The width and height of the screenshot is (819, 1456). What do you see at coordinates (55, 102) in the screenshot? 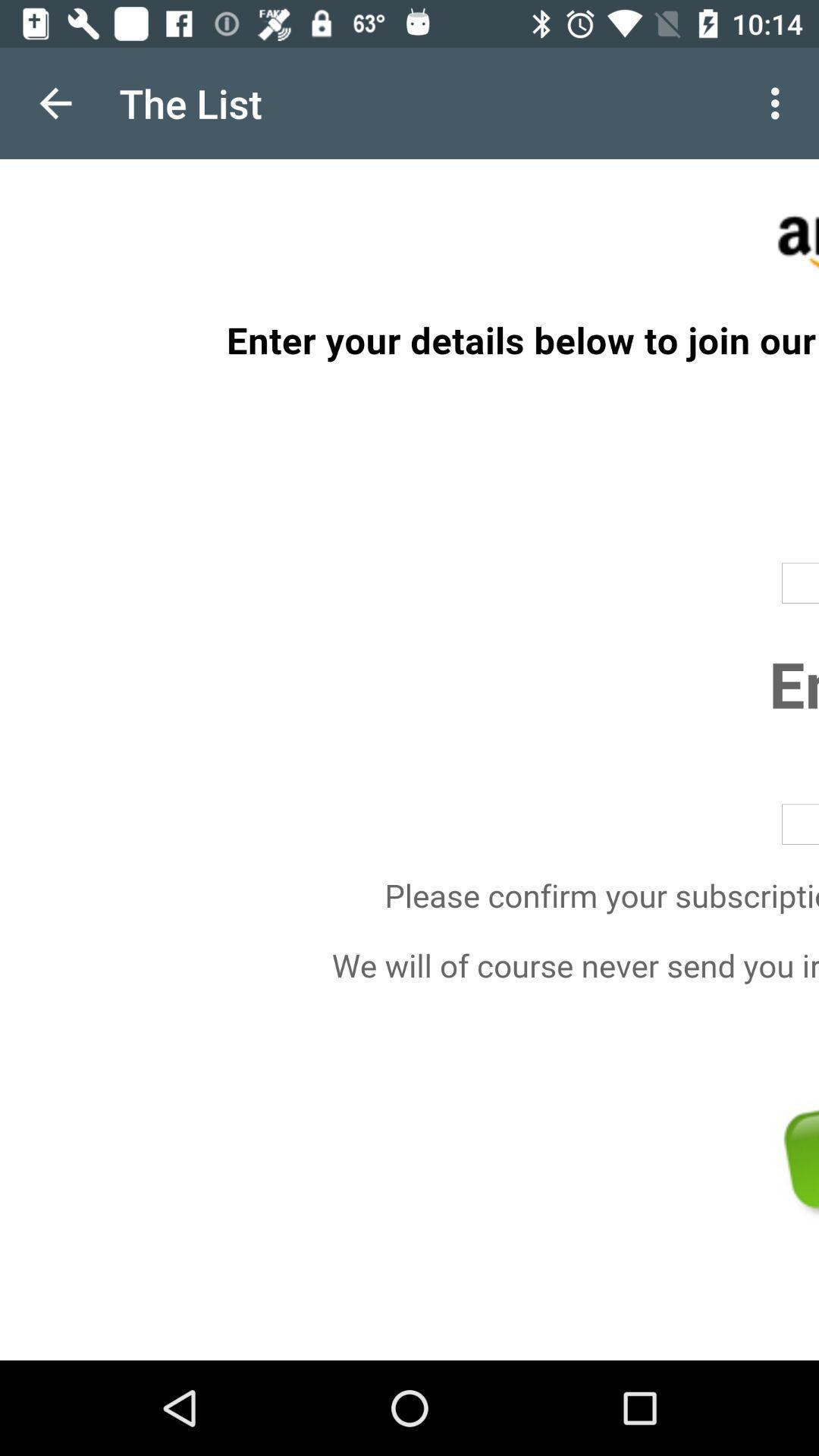
I see `the icon to the left of the the list item` at bounding box center [55, 102].